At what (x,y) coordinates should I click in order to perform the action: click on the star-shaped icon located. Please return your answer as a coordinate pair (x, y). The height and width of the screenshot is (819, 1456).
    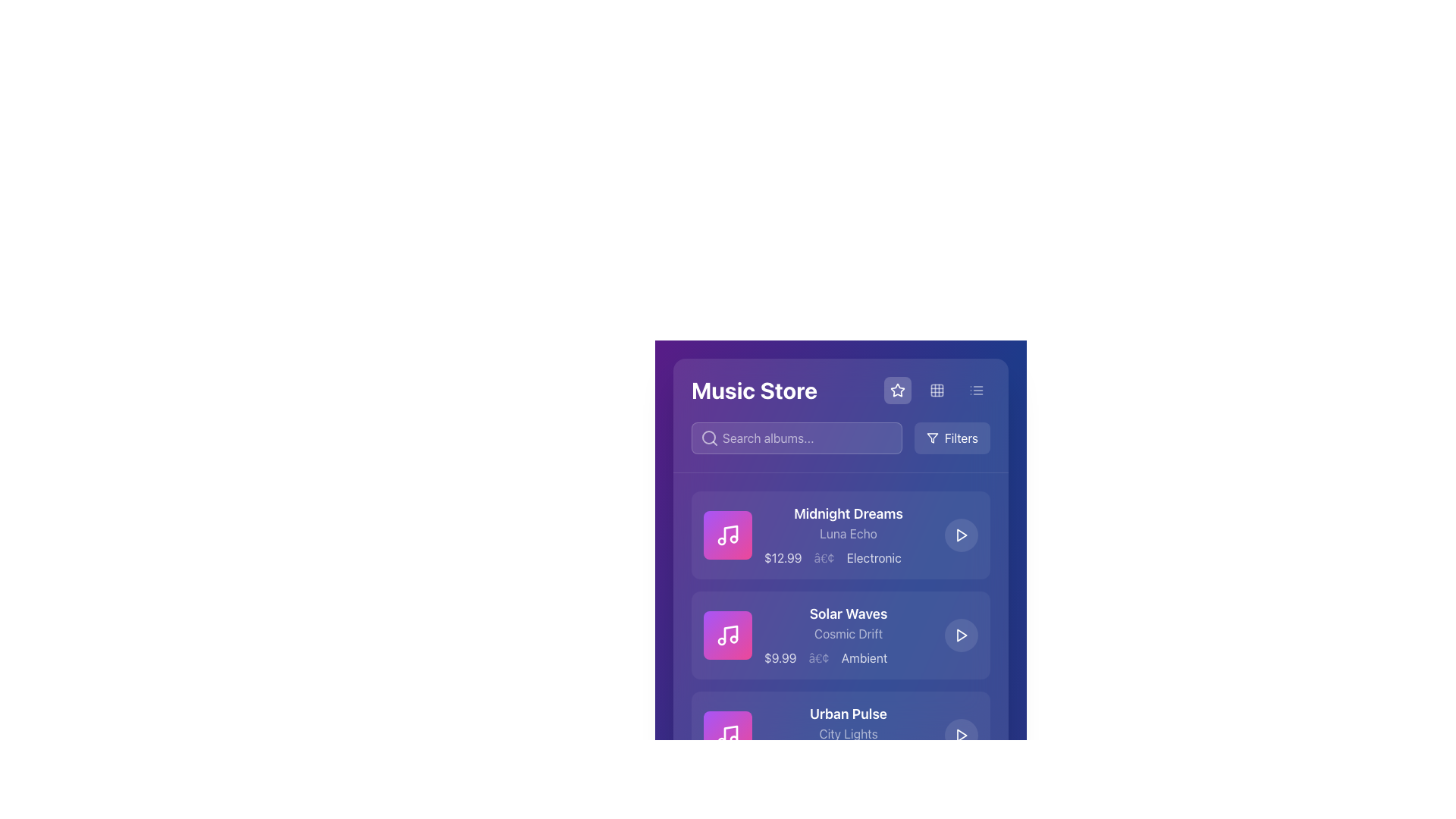
    Looking at the image, I should click on (898, 390).